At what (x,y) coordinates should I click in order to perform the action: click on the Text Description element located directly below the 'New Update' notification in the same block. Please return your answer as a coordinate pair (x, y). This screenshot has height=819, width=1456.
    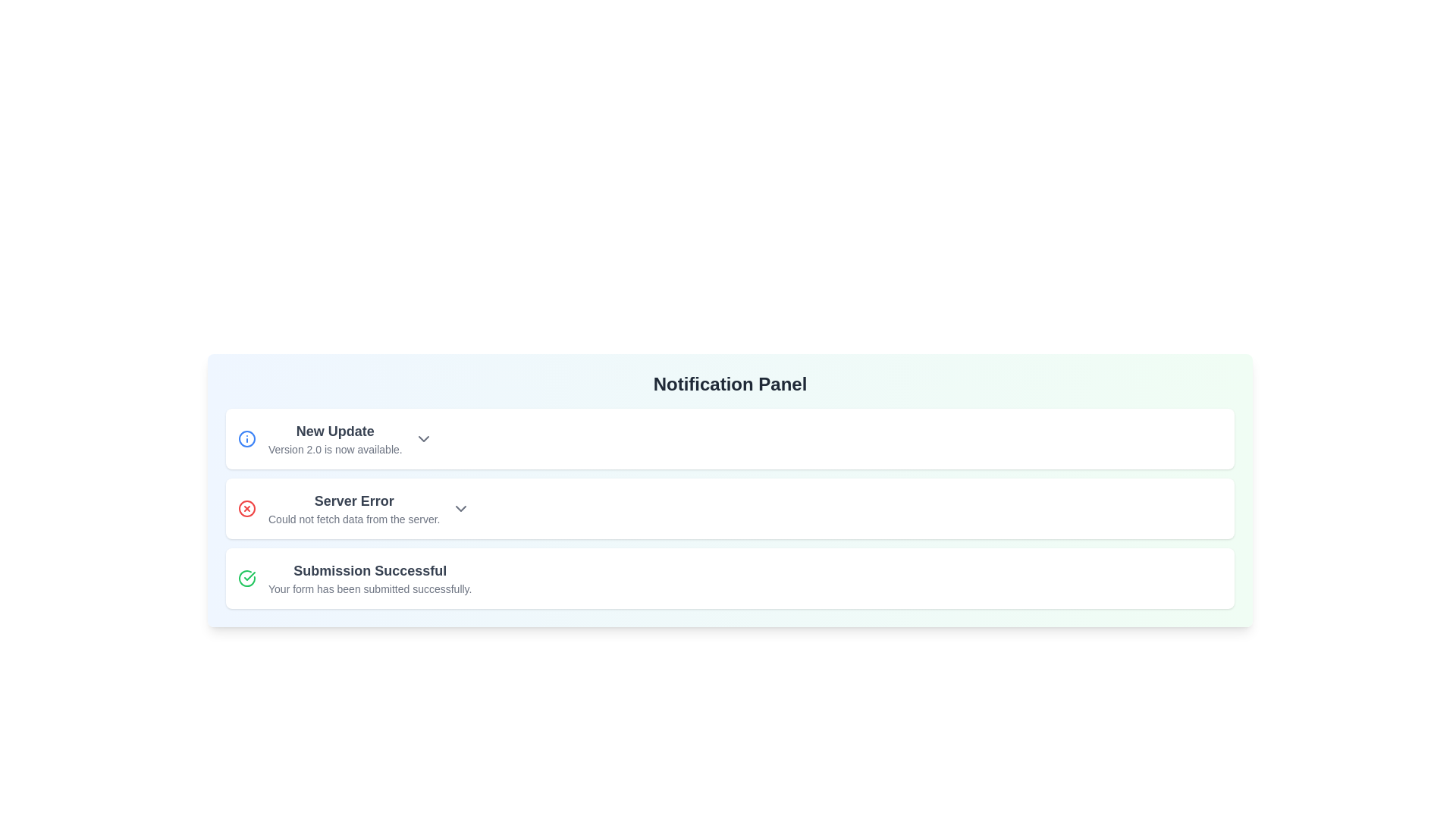
    Looking at the image, I should click on (334, 449).